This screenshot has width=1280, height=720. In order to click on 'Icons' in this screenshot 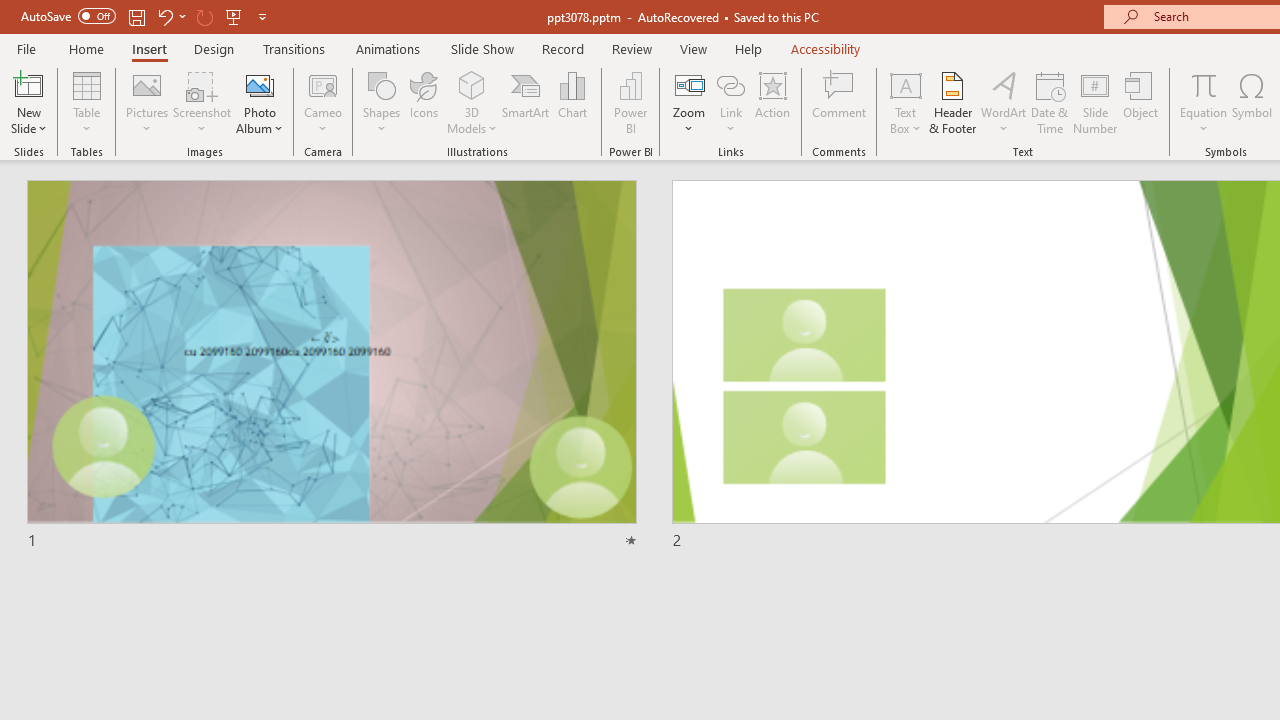, I will do `click(423, 103)`.